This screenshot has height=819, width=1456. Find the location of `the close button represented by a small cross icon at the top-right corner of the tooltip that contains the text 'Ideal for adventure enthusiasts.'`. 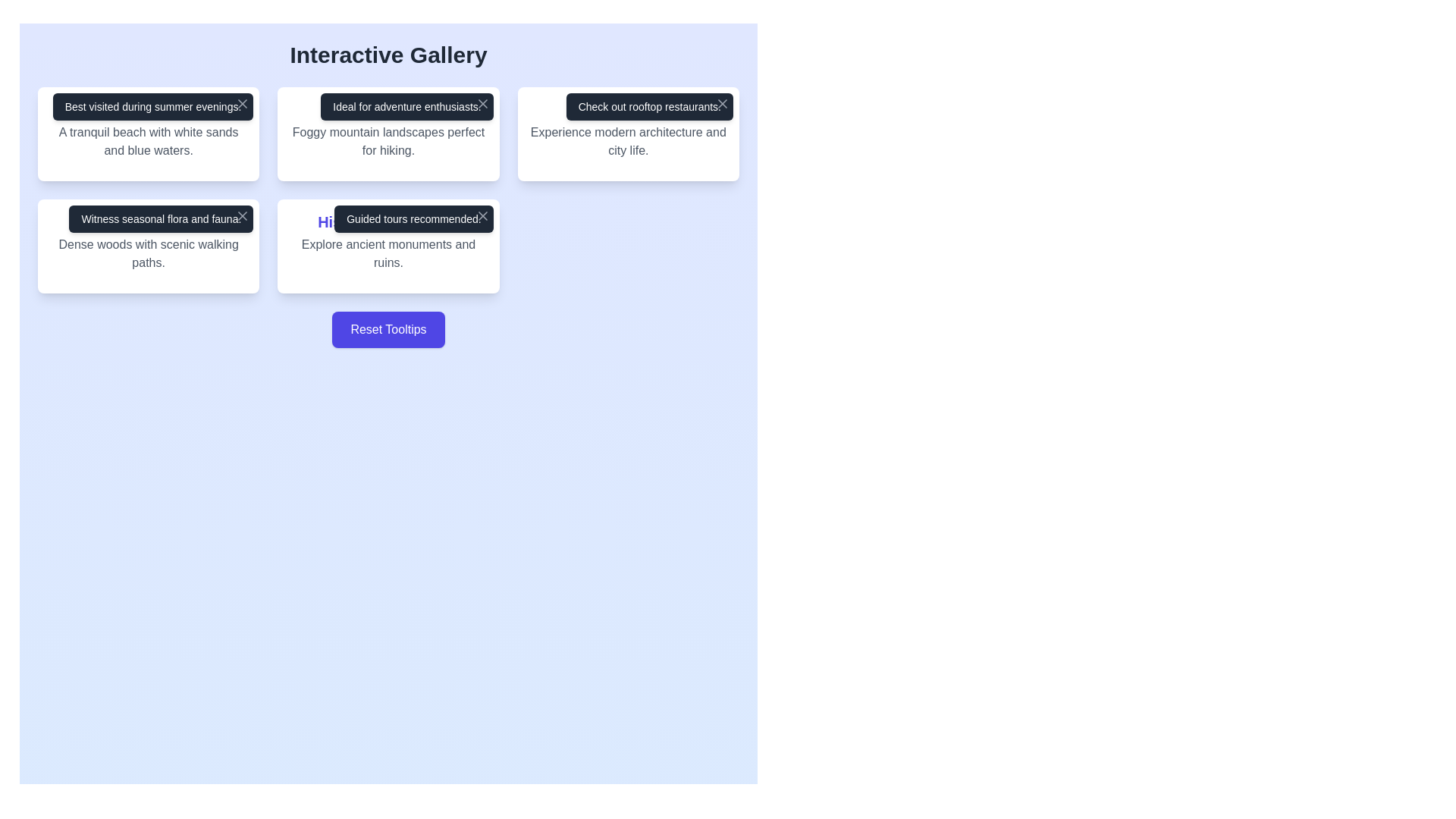

the close button represented by a small cross icon at the top-right corner of the tooltip that contains the text 'Ideal for adventure enthusiasts.' is located at coordinates (482, 103).